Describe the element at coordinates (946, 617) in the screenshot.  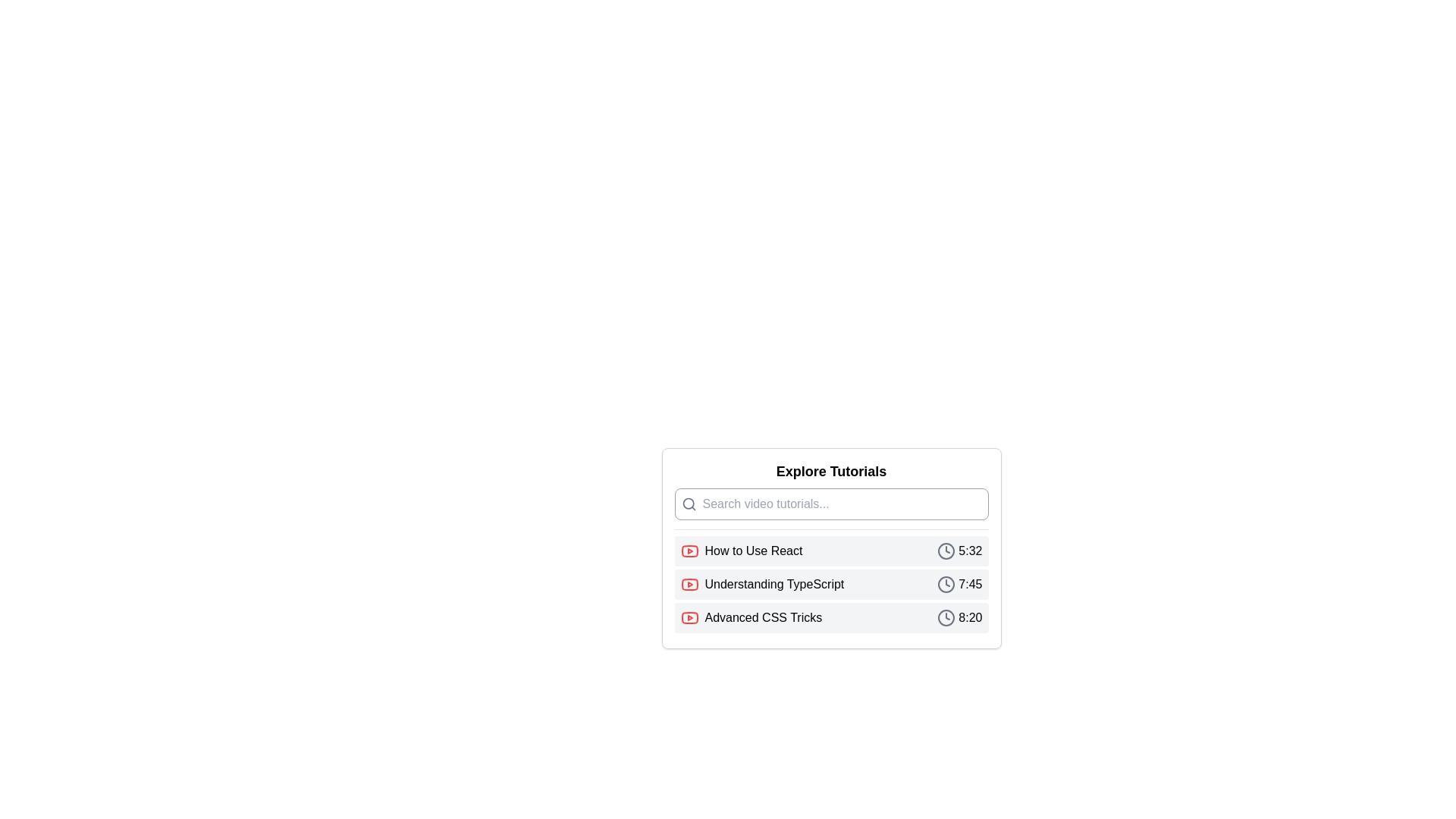
I see `the clock icon located to the right of the 'Advanced CSS Tricks' list item and just to the left of the time '8:20'. This icon has a circular shape and a gray color, consistent with a minimalist design` at that location.